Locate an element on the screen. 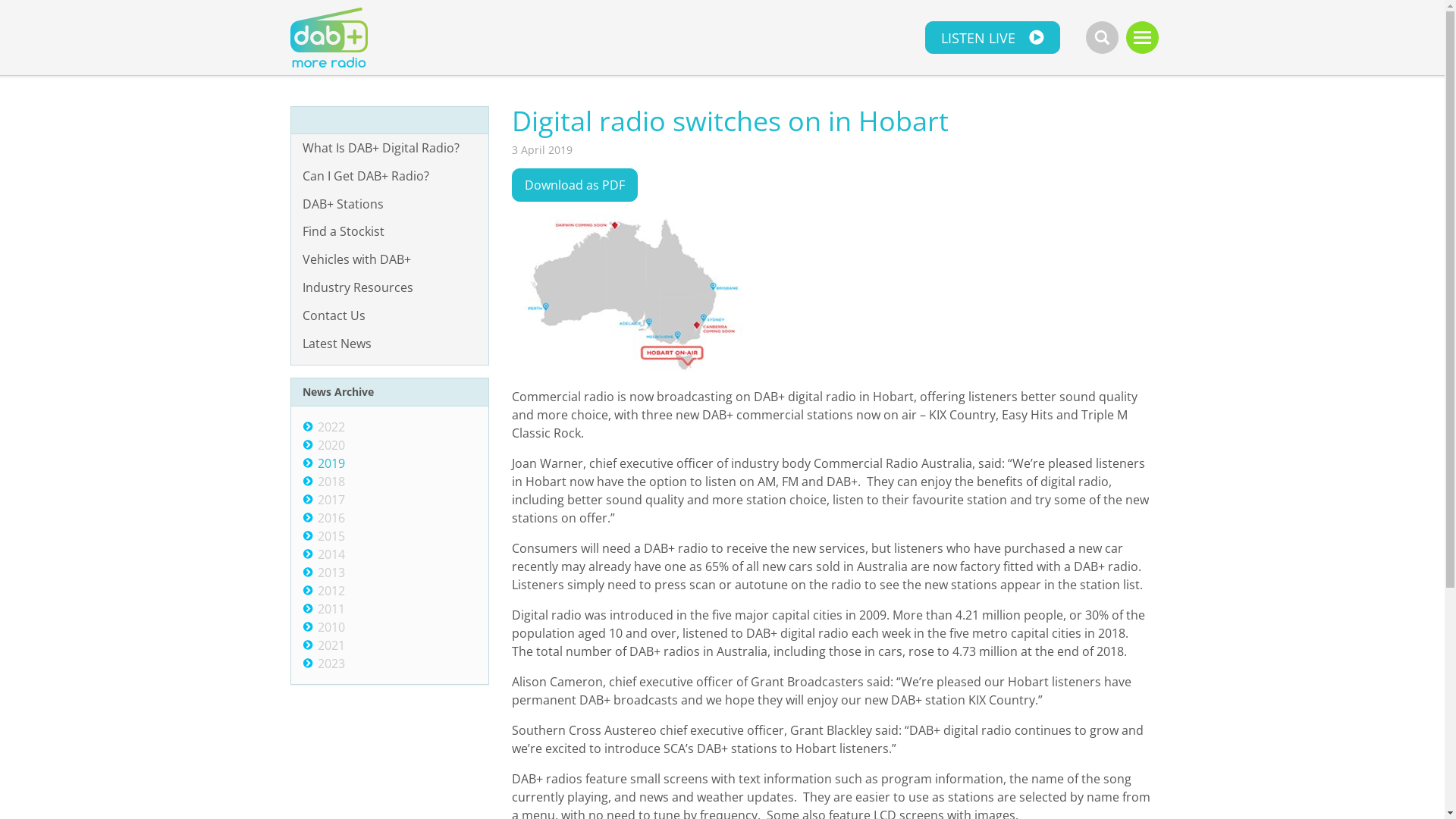 Image resolution: width=1456 pixels, height=819 pixels. 'Download as PDF' is located at coordinates (574, 184).